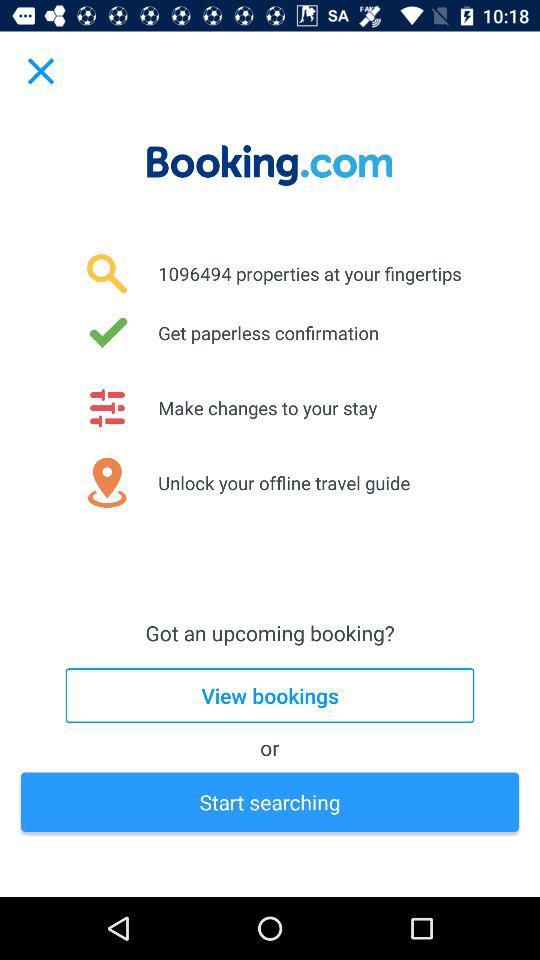  Describe the element at coordinates (270, 802) in the screenshot. I see `start searching item` at that location.